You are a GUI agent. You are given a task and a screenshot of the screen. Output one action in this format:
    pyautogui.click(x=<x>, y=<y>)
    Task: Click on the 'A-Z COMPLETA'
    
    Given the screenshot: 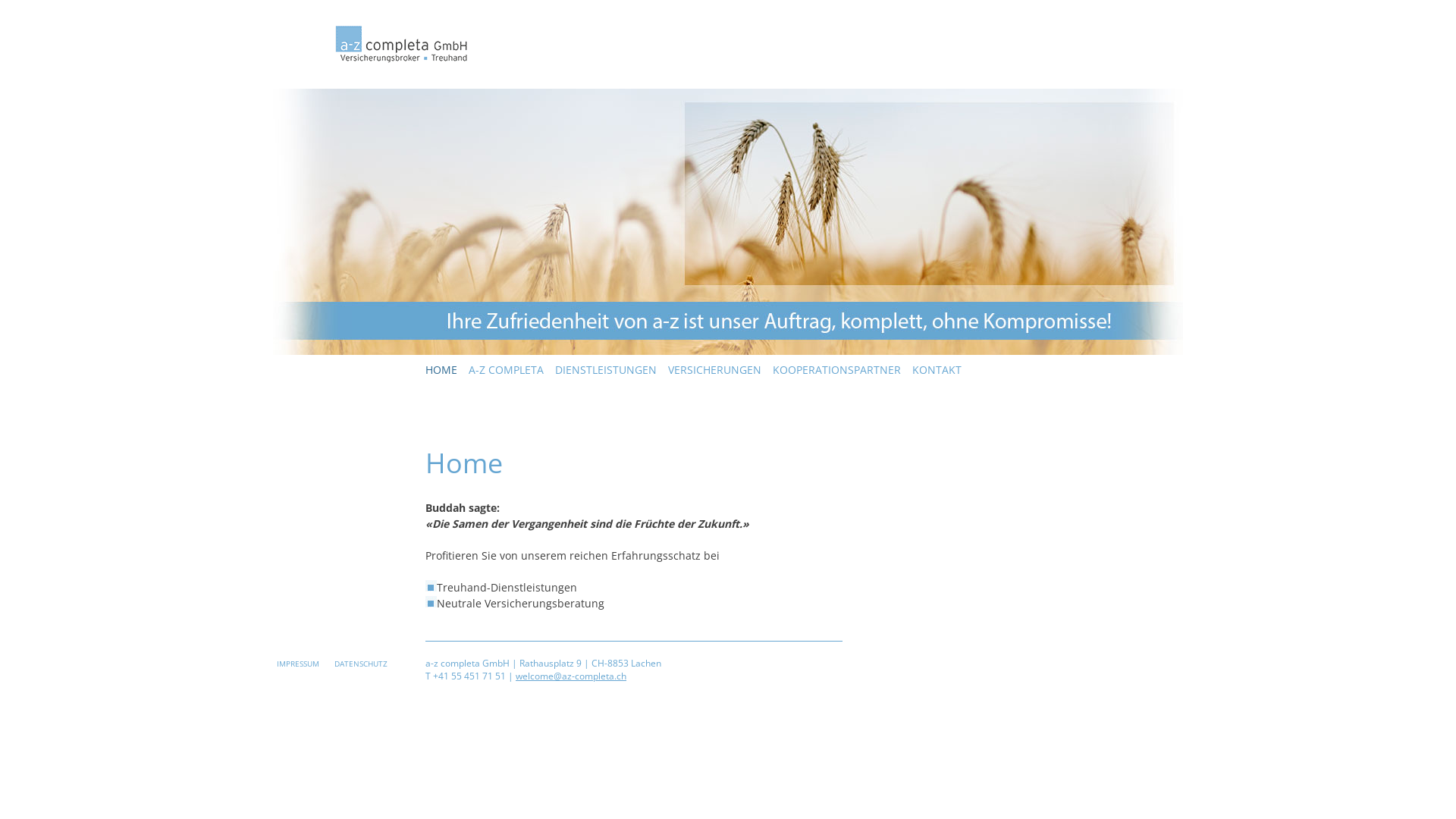 What is the action you would take?
    pyautogui.click(x=506, y=369)
    